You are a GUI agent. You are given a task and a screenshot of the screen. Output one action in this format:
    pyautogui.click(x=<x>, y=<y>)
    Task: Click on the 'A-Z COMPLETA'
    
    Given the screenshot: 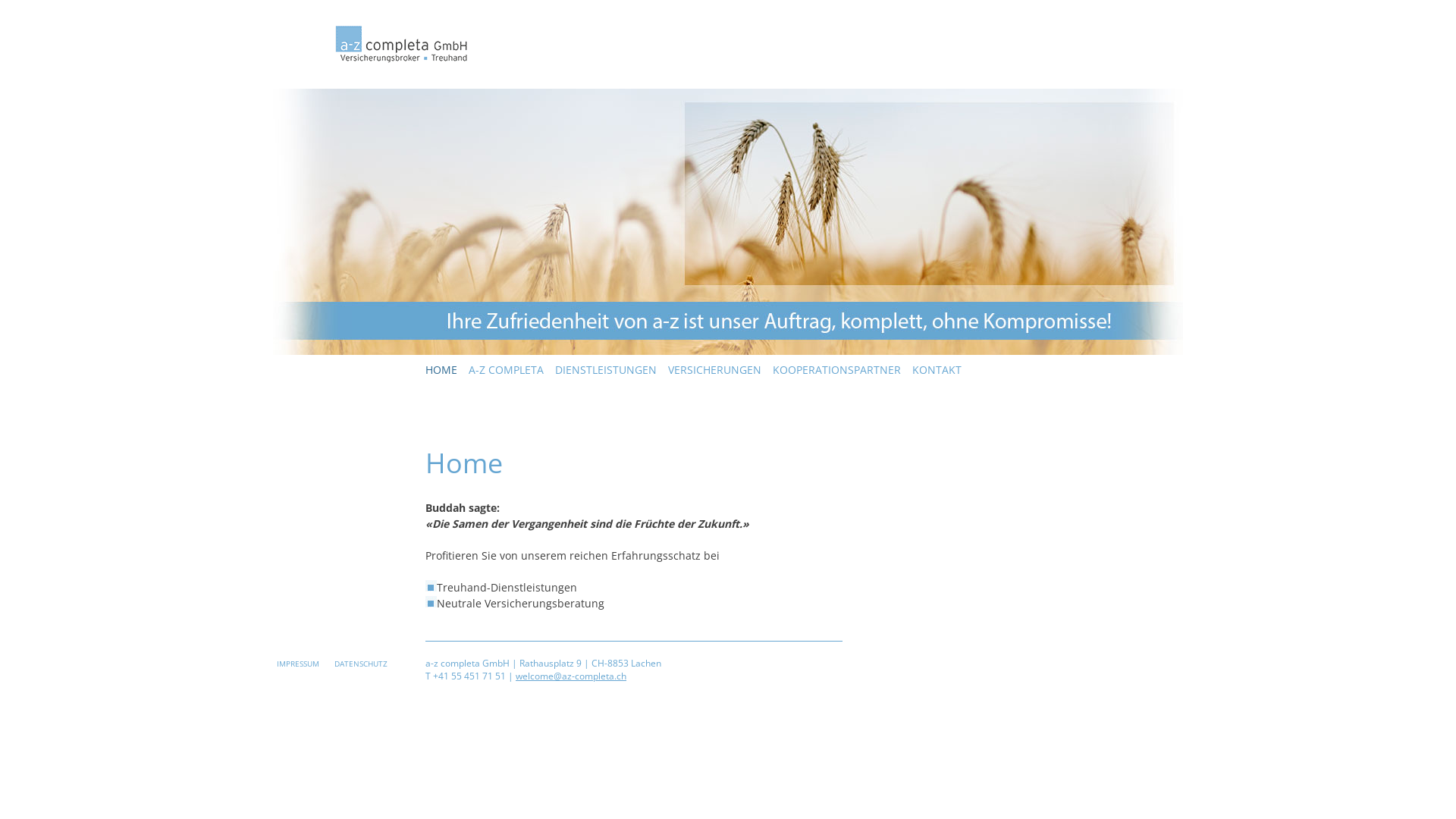 What is the action you would take?
    pyautogui.click(x=506, y=369)
    